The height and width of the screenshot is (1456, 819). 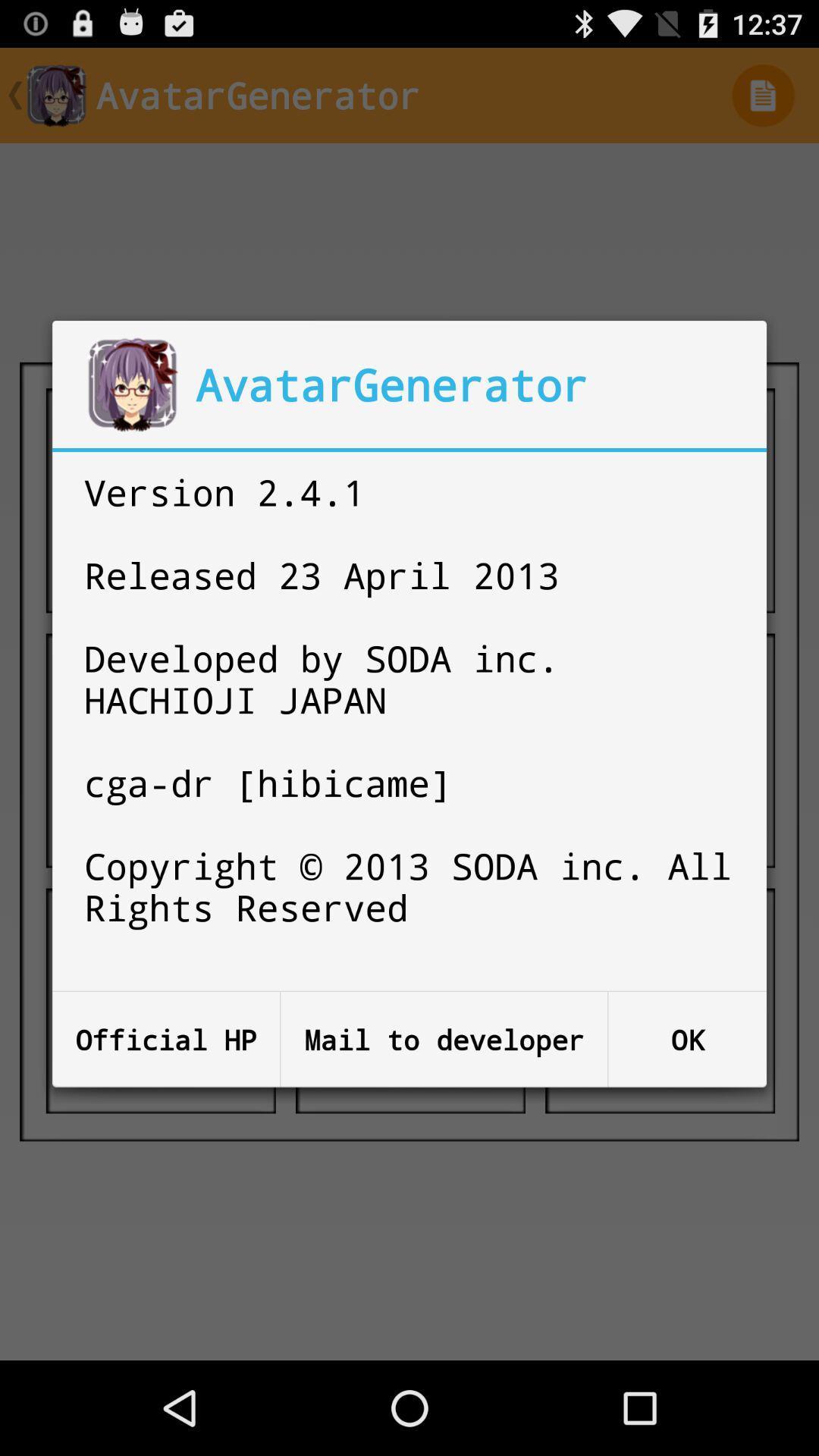 What do you see at coordinates (444, 1039) in the screenshot?
I see `the item to the right of the official hp button` at bounding box center [444, 1039].